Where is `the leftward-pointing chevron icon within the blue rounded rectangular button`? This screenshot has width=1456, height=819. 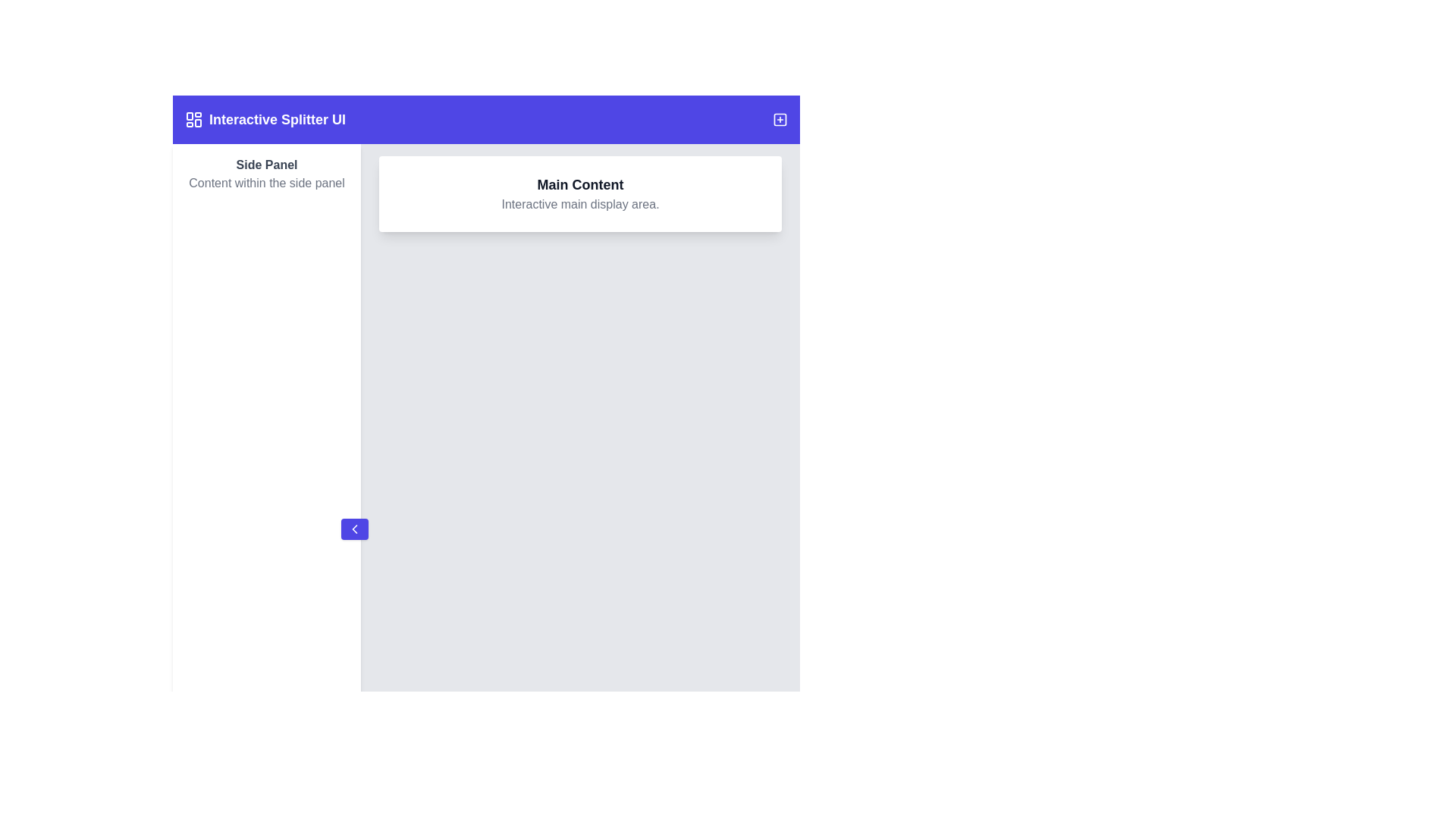 the leftward-pointing chevron icon within the blue rounded rectangular button is located at coordinates (354, 529).